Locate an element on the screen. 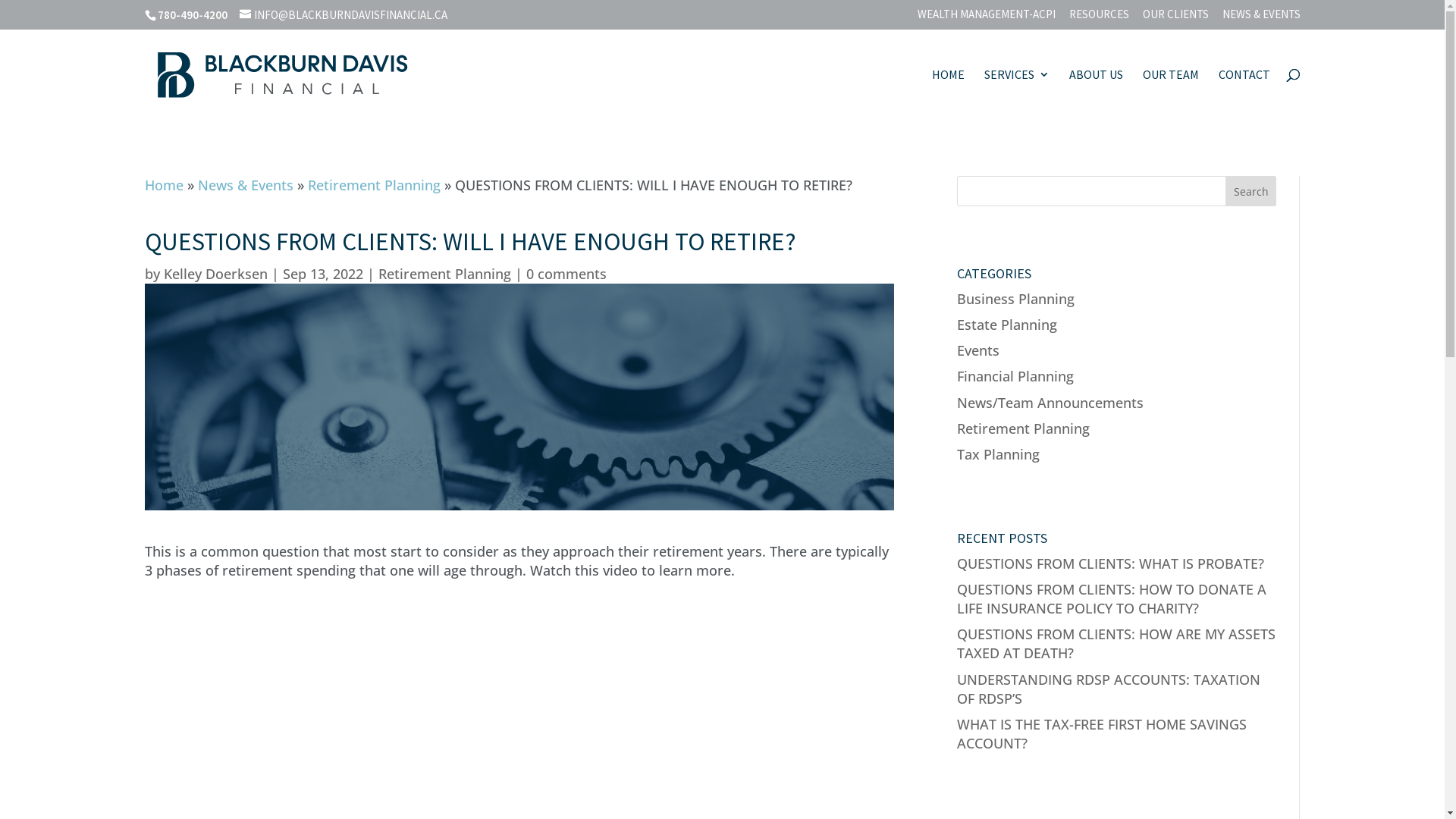 The image size is (1456, 819). 'NEWS & EVENTS' is located at coordinates (1261, 17).